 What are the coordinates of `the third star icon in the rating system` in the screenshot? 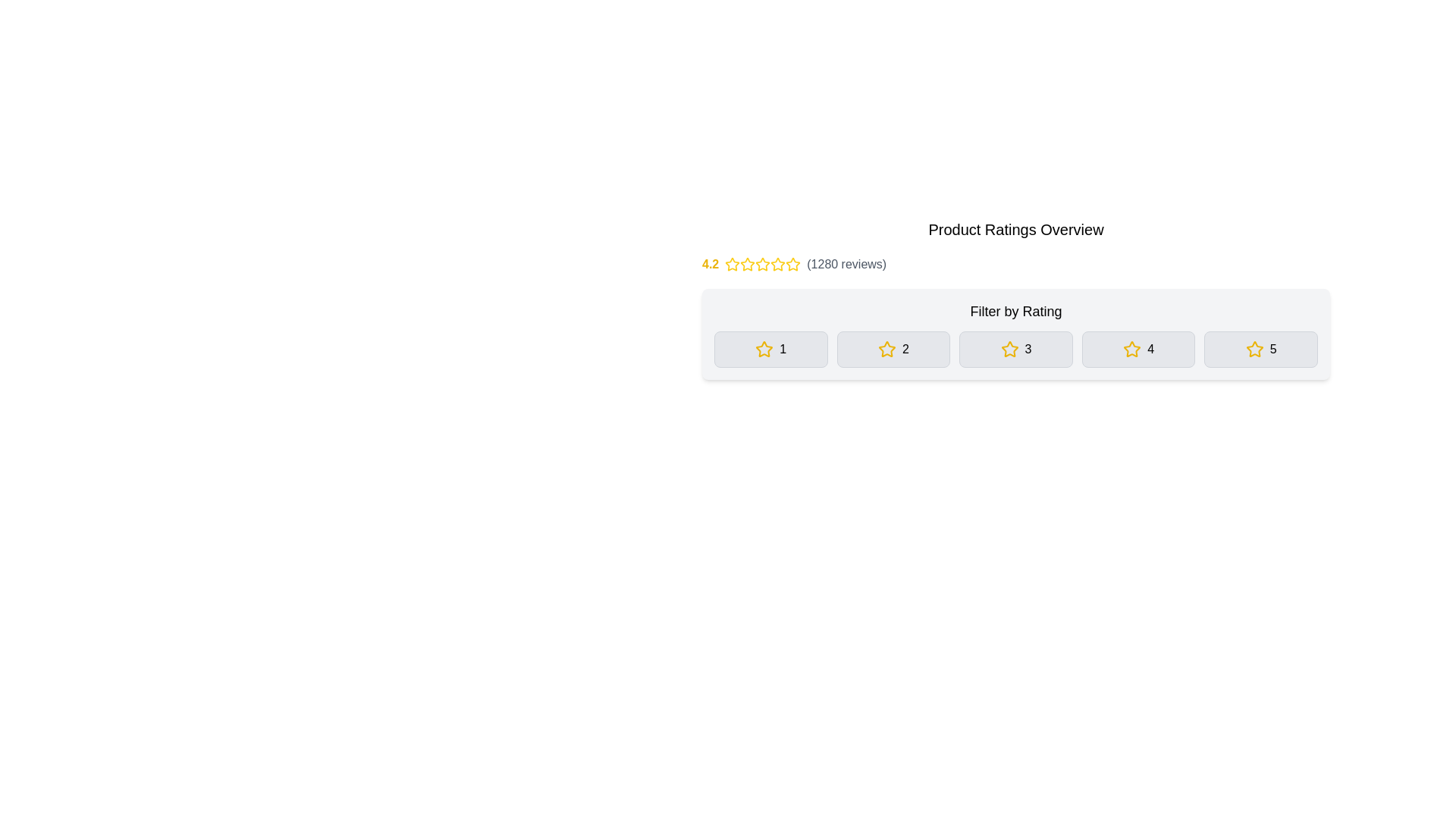 It's located at (748, 263).